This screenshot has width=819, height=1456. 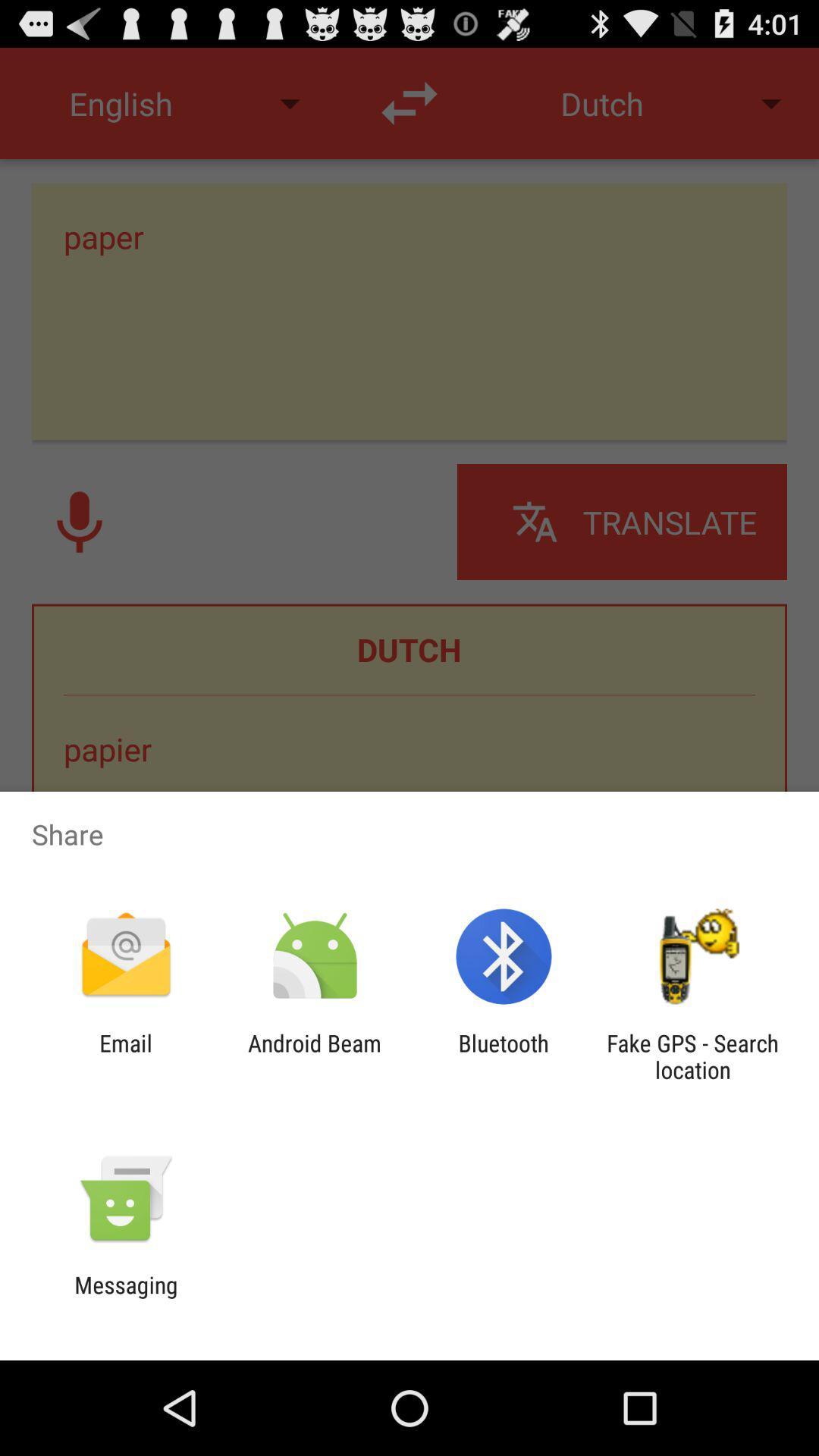 What do you see at coordinates (125, 1298) in the screenshot?
I see `the messaging item` at bounding box center [125, 1298].